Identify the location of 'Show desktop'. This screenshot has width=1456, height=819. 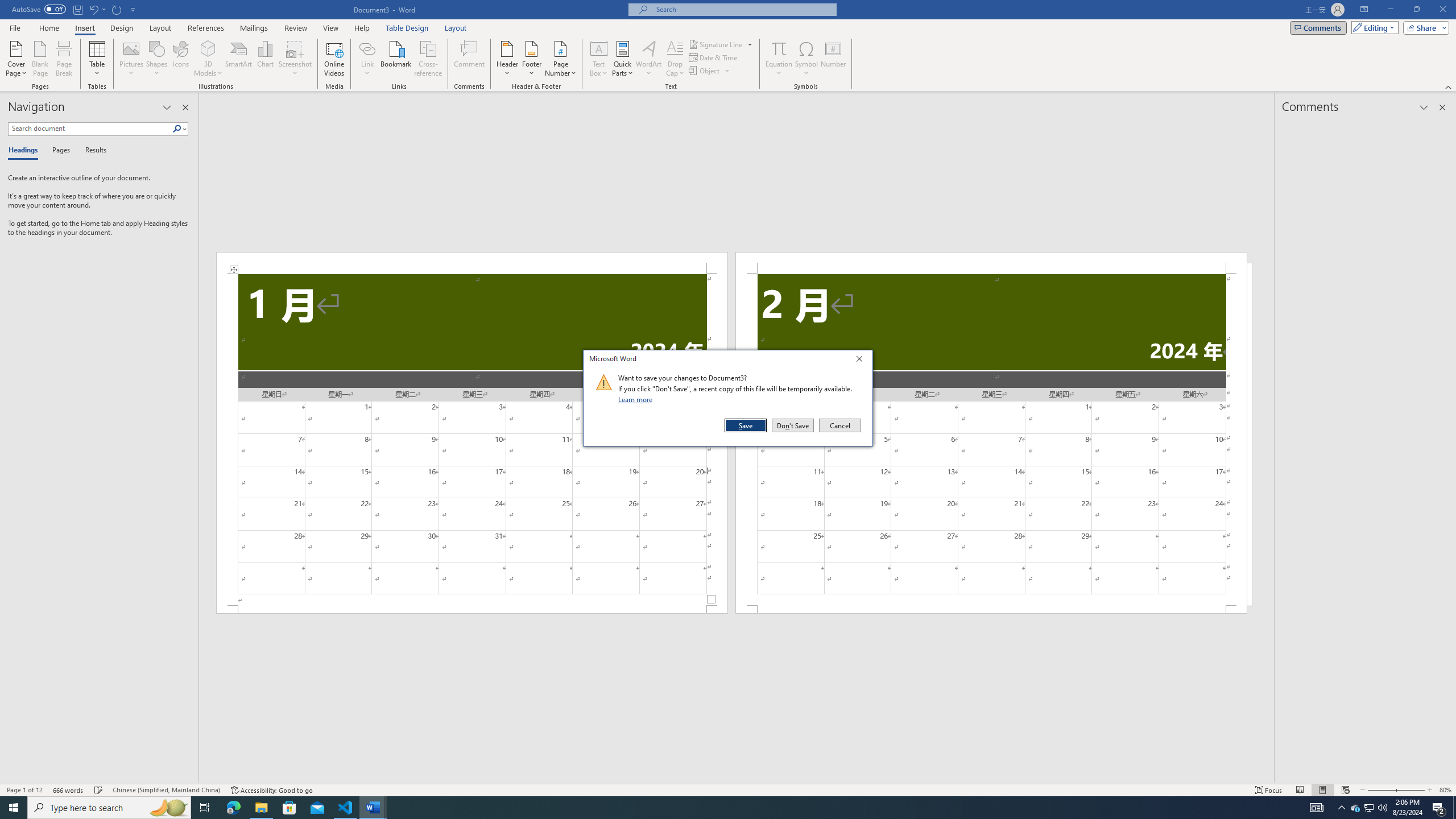
(1454, 806).